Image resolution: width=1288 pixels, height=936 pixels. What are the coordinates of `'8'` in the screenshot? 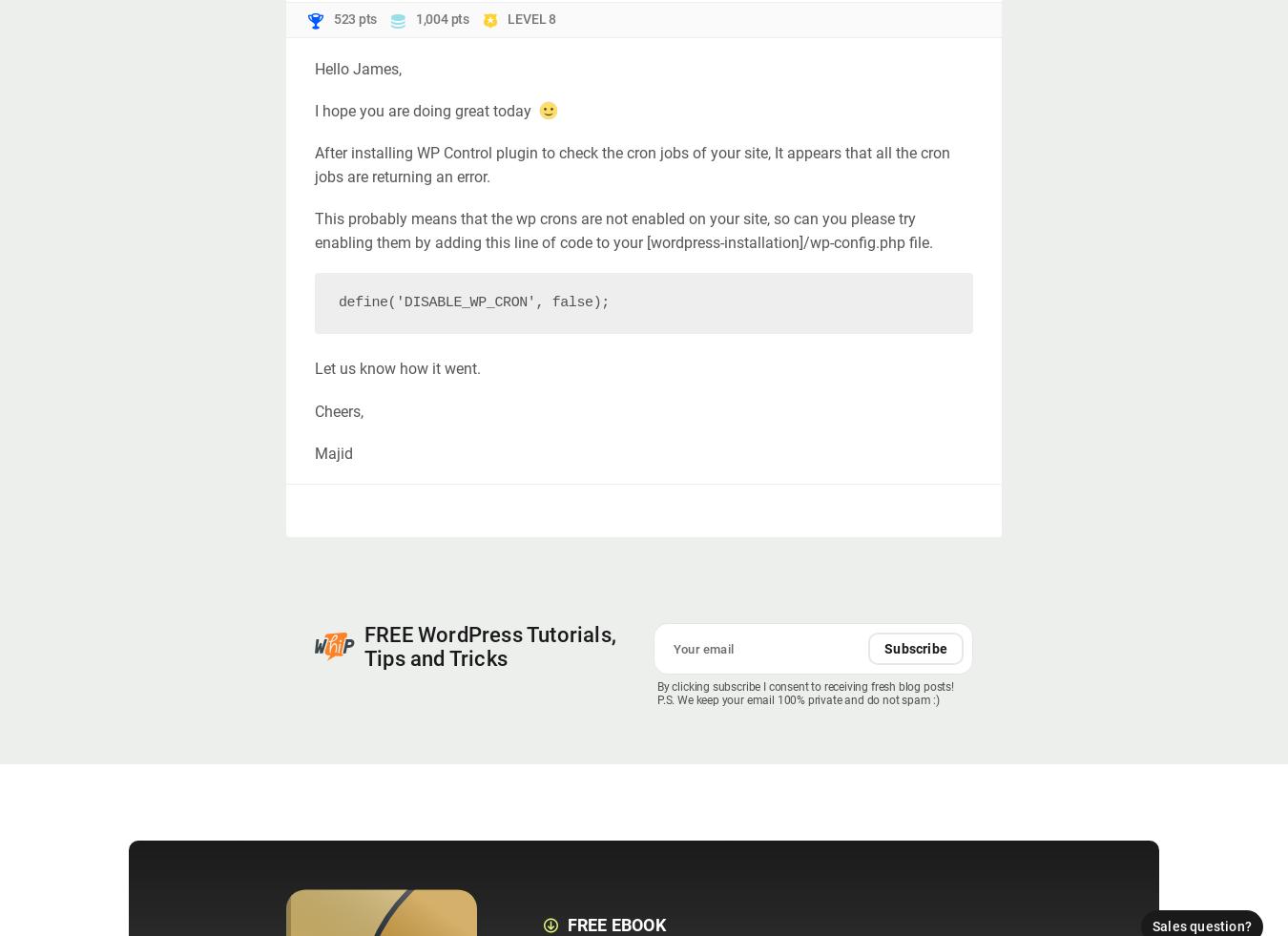 It's located at (552, 18).